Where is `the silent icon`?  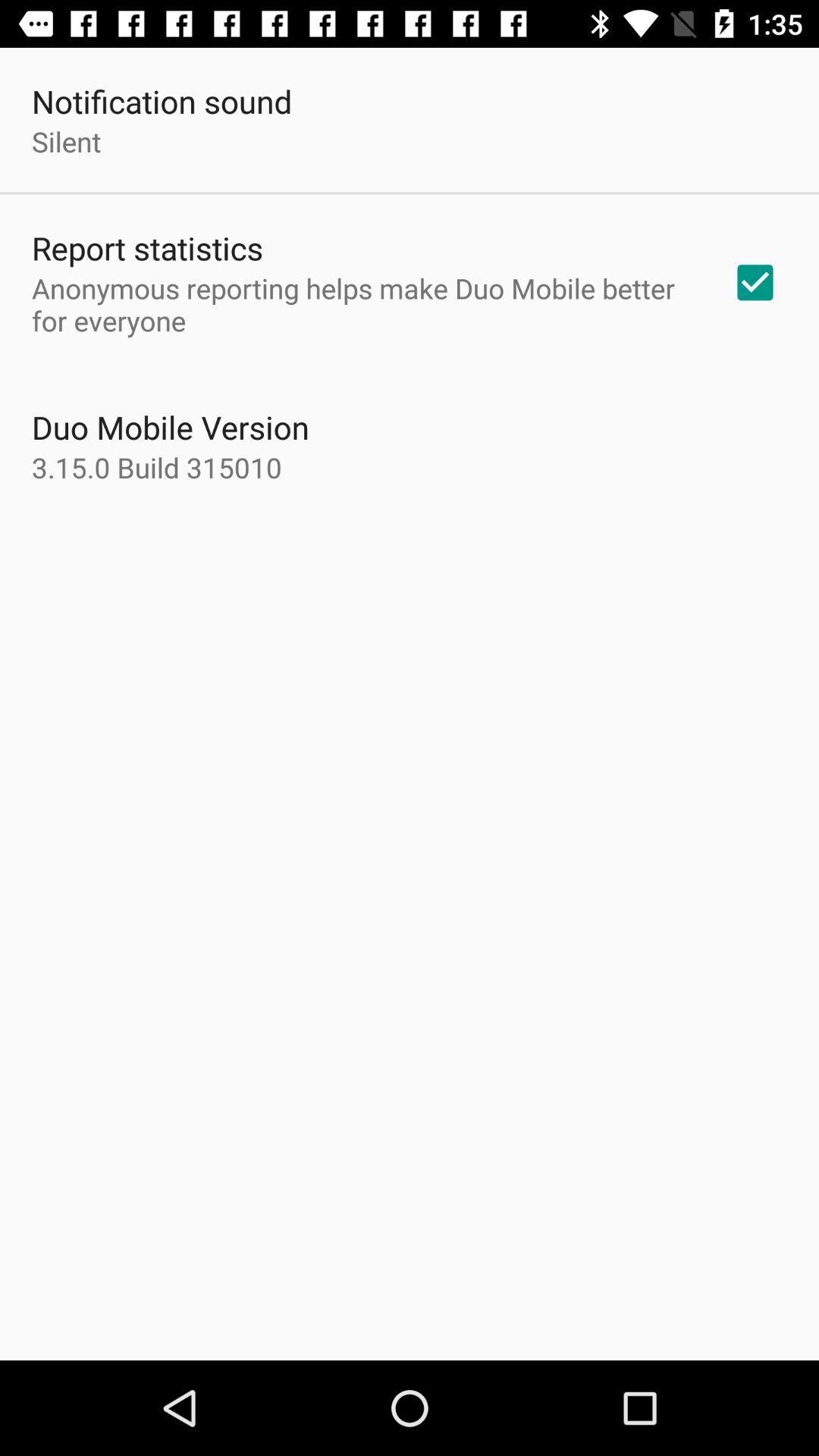 the silent icon is located at coordinates (65, 141).